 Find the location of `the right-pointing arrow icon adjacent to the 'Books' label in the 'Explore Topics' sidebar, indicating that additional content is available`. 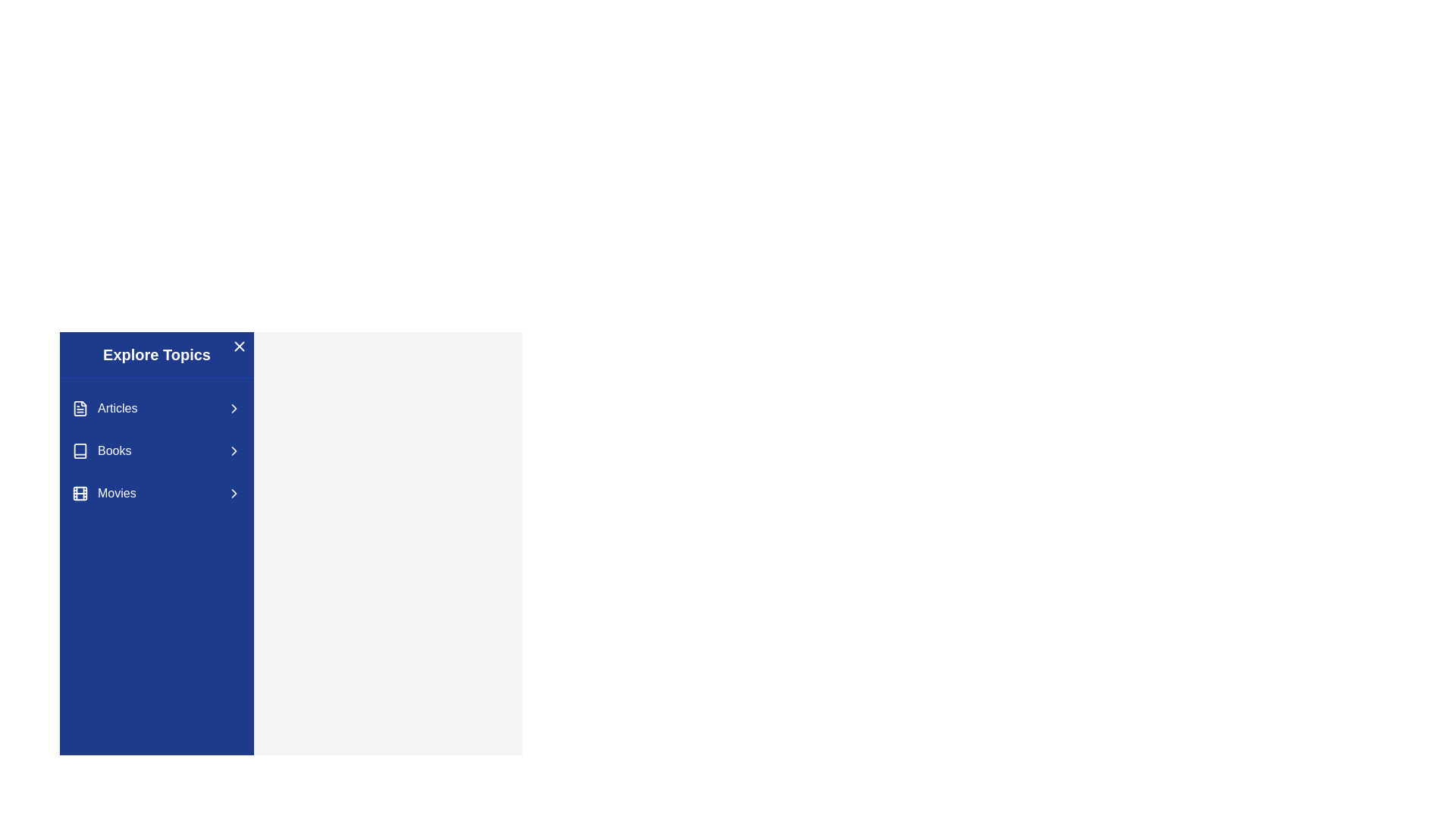

the right-pointing arrow icon adjacent to the 'Books' label in the 'Explore Topics' sidebar, indicating that additional content is available is located at coordinates (233, 450).